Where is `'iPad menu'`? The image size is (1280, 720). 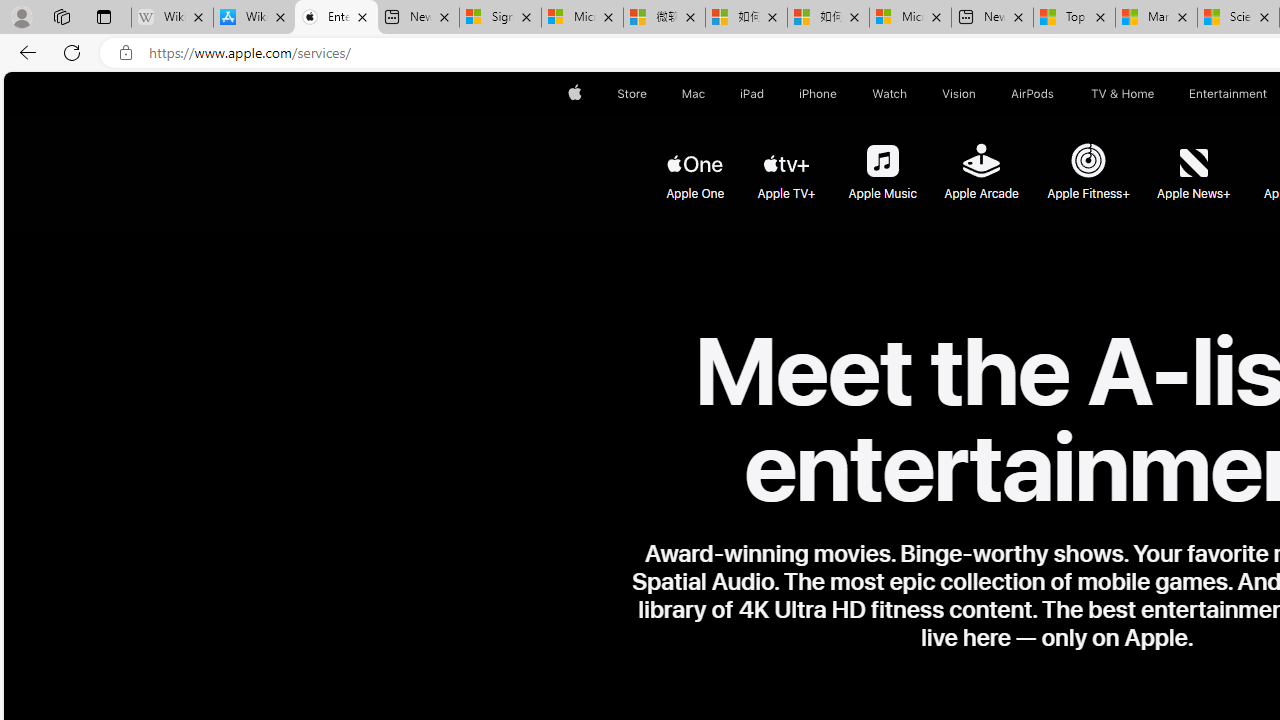 'iPad menu' is located at coordinates (767, 93).